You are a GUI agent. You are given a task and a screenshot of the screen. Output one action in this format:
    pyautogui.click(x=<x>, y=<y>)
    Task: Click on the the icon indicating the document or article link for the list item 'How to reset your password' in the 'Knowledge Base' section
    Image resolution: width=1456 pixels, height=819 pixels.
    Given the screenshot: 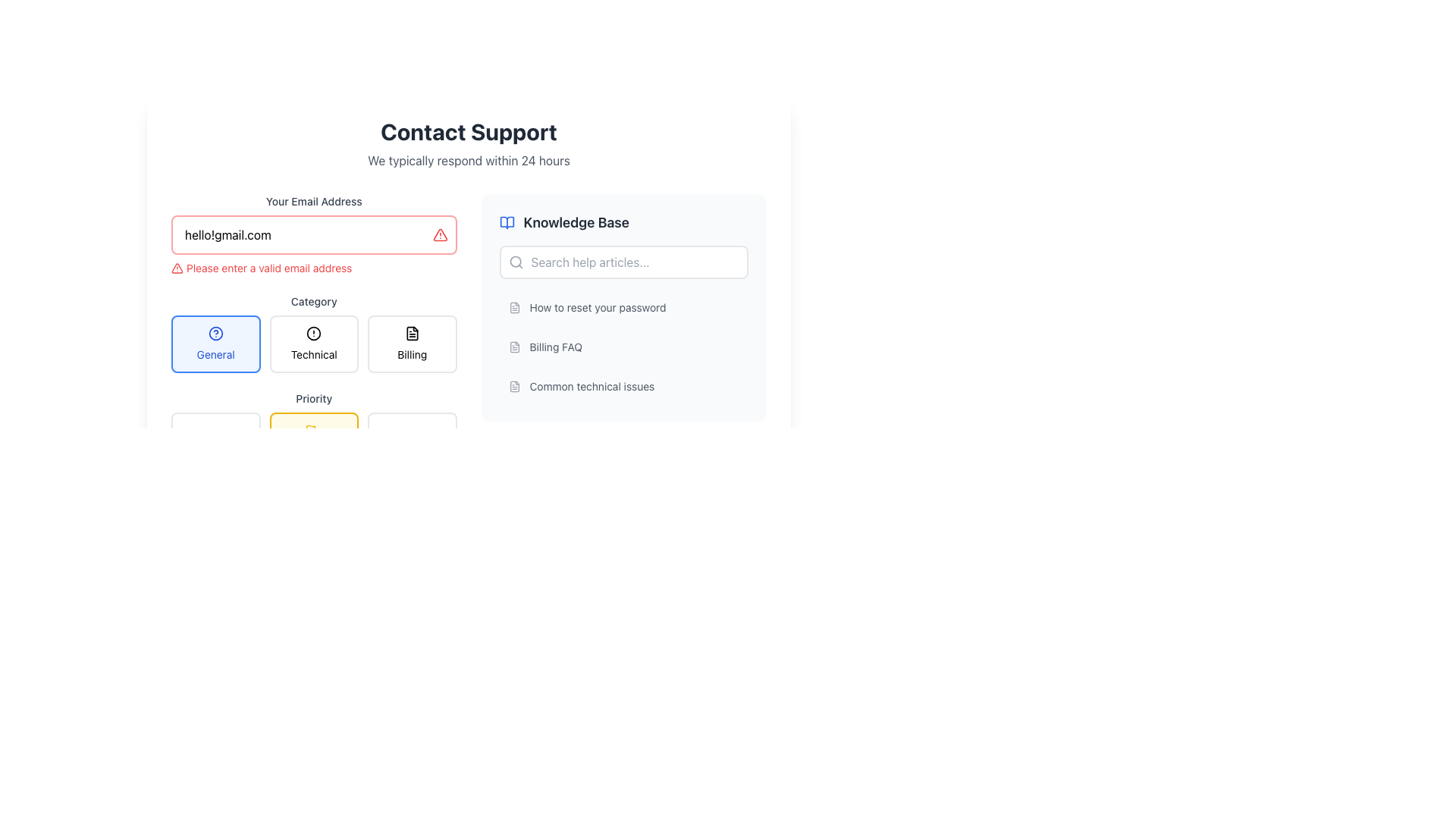 What is the action you would take?
    pyautogui.click(x=514, y=307)
    